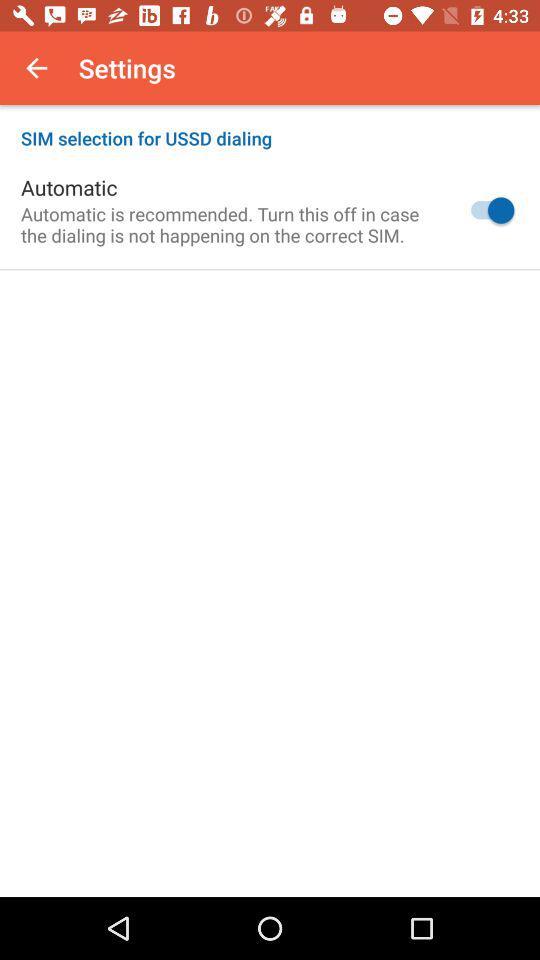  I want to click on sim selection for icon, so click(270, 126).